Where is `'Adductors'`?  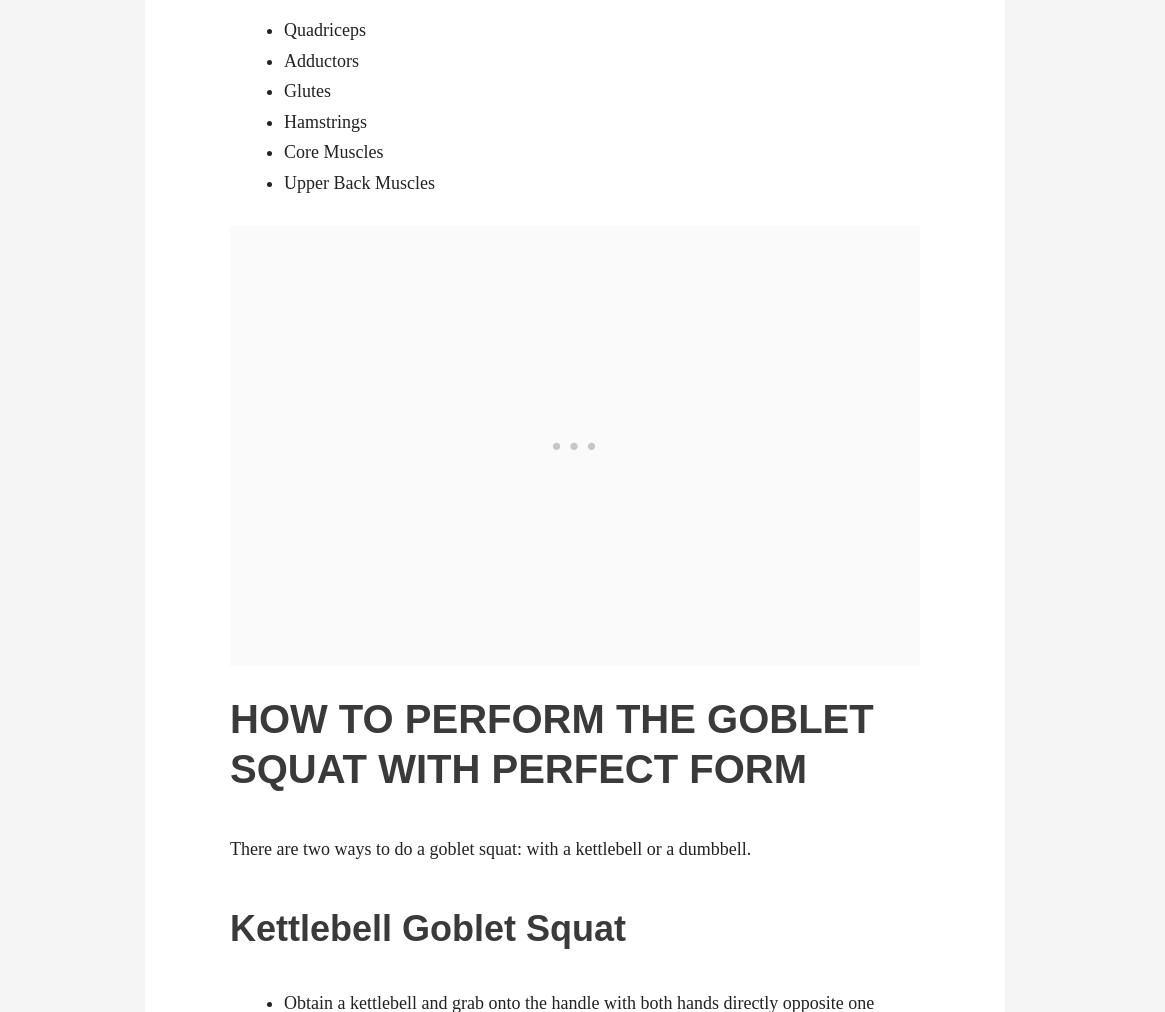
'Adductors' is located at coordinates (321, 59).